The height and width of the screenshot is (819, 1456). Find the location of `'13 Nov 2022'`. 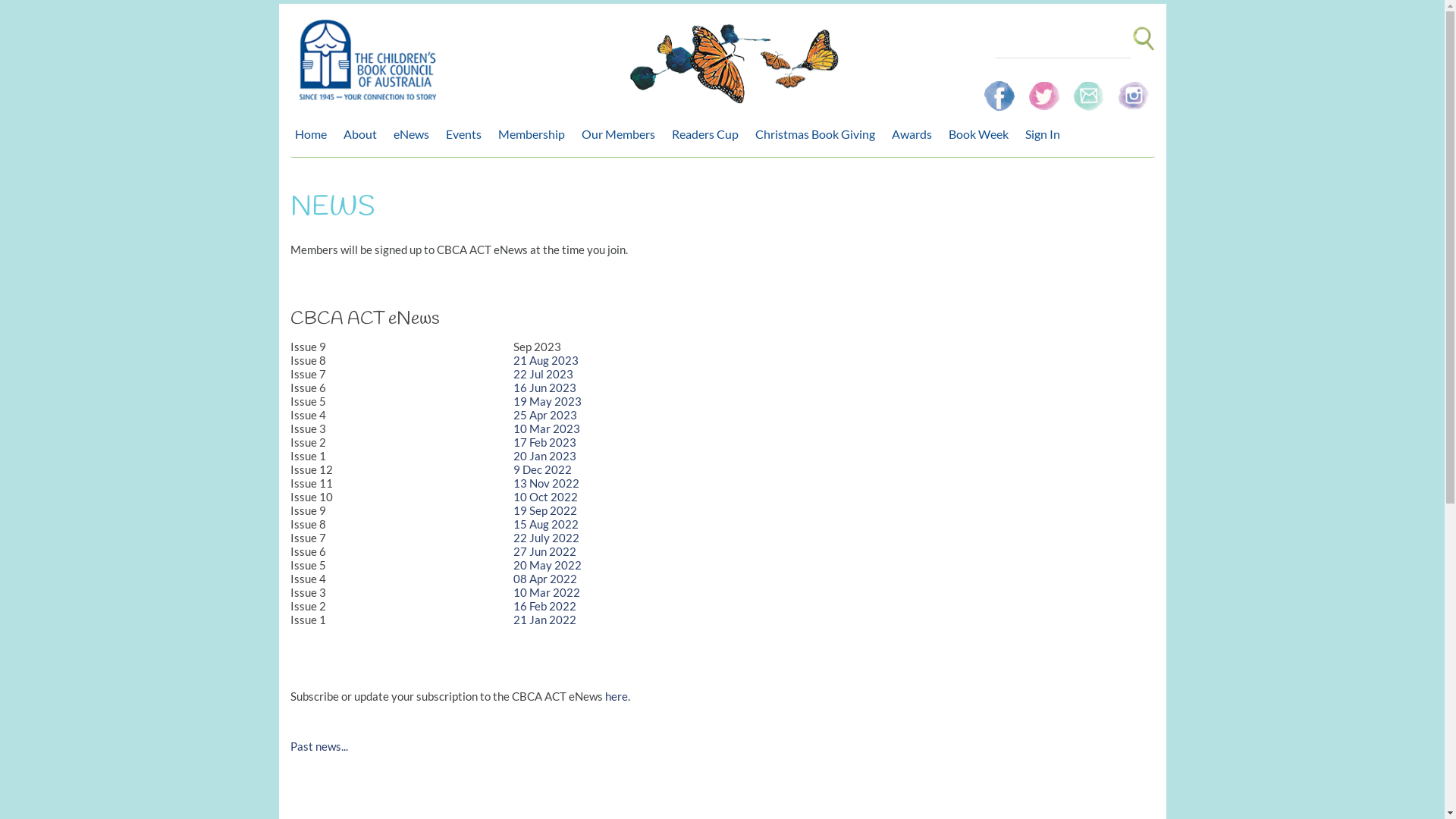

'13 Nov 2022' is located at coordinates (546, 482).